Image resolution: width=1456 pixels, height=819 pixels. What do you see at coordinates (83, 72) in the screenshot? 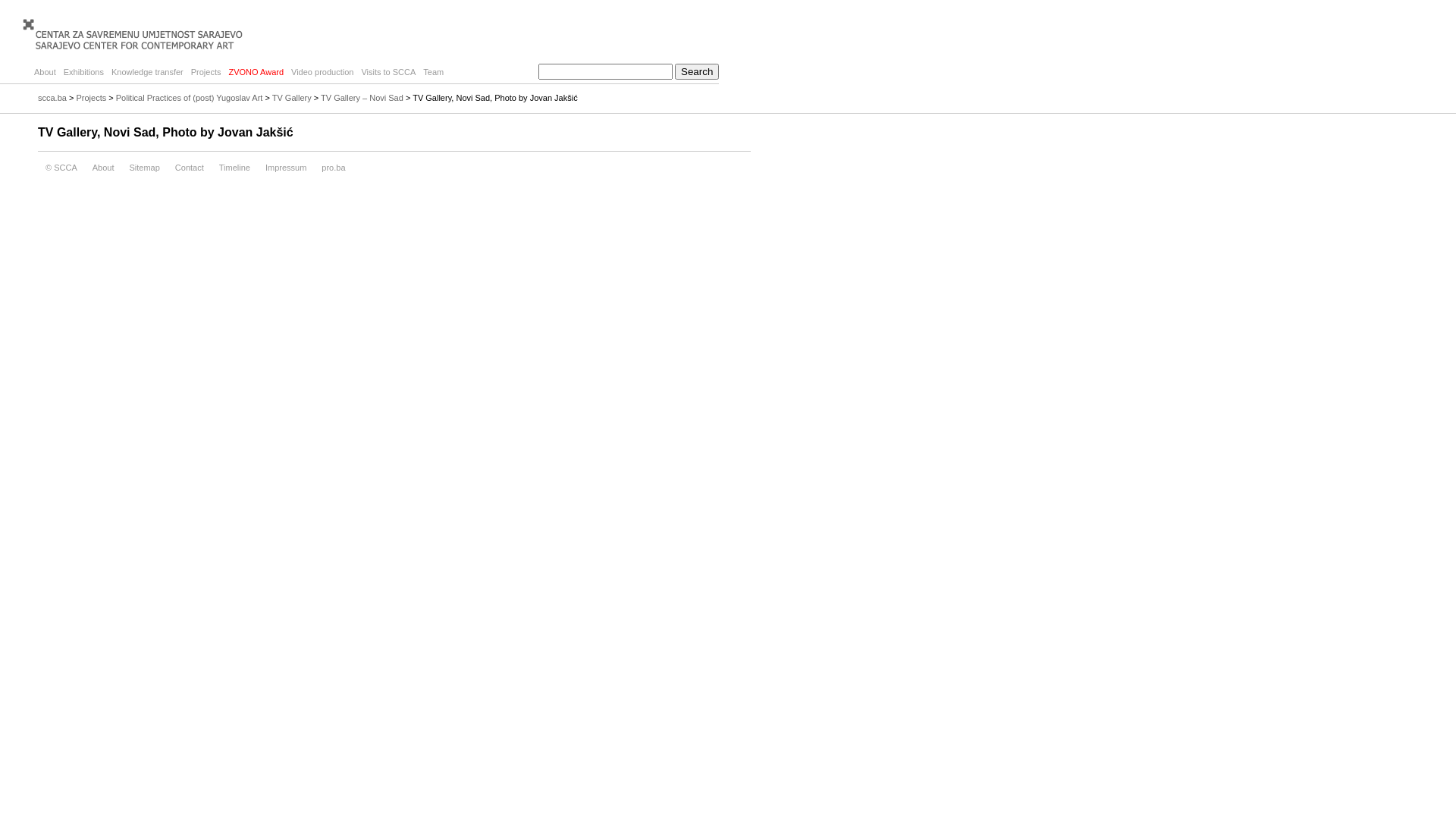
I see `'Exhibitions'` at bounding box center [83, 72].